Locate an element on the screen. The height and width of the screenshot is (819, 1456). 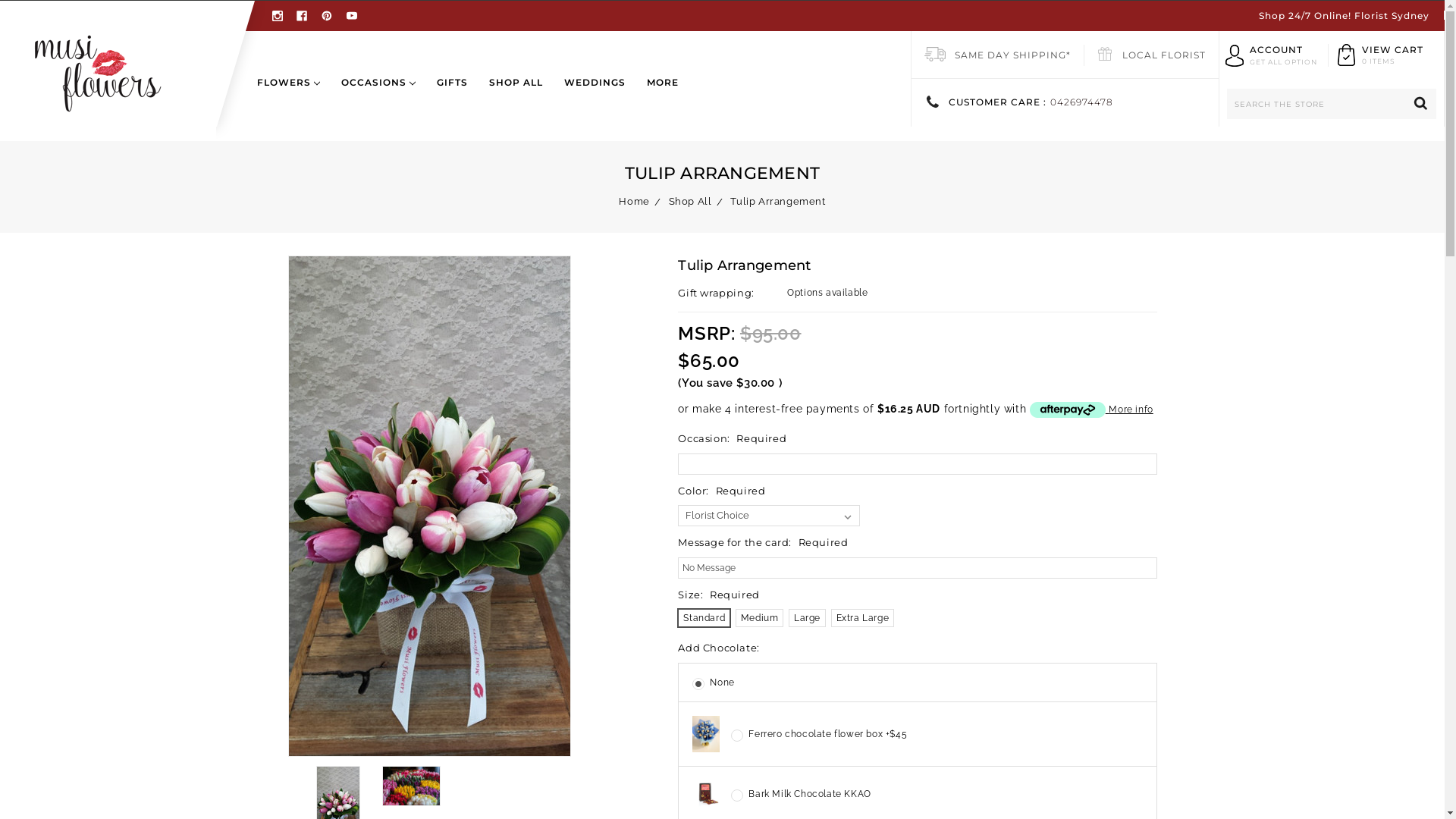
'SHOP ALL' is located at coordinates (477, 93).